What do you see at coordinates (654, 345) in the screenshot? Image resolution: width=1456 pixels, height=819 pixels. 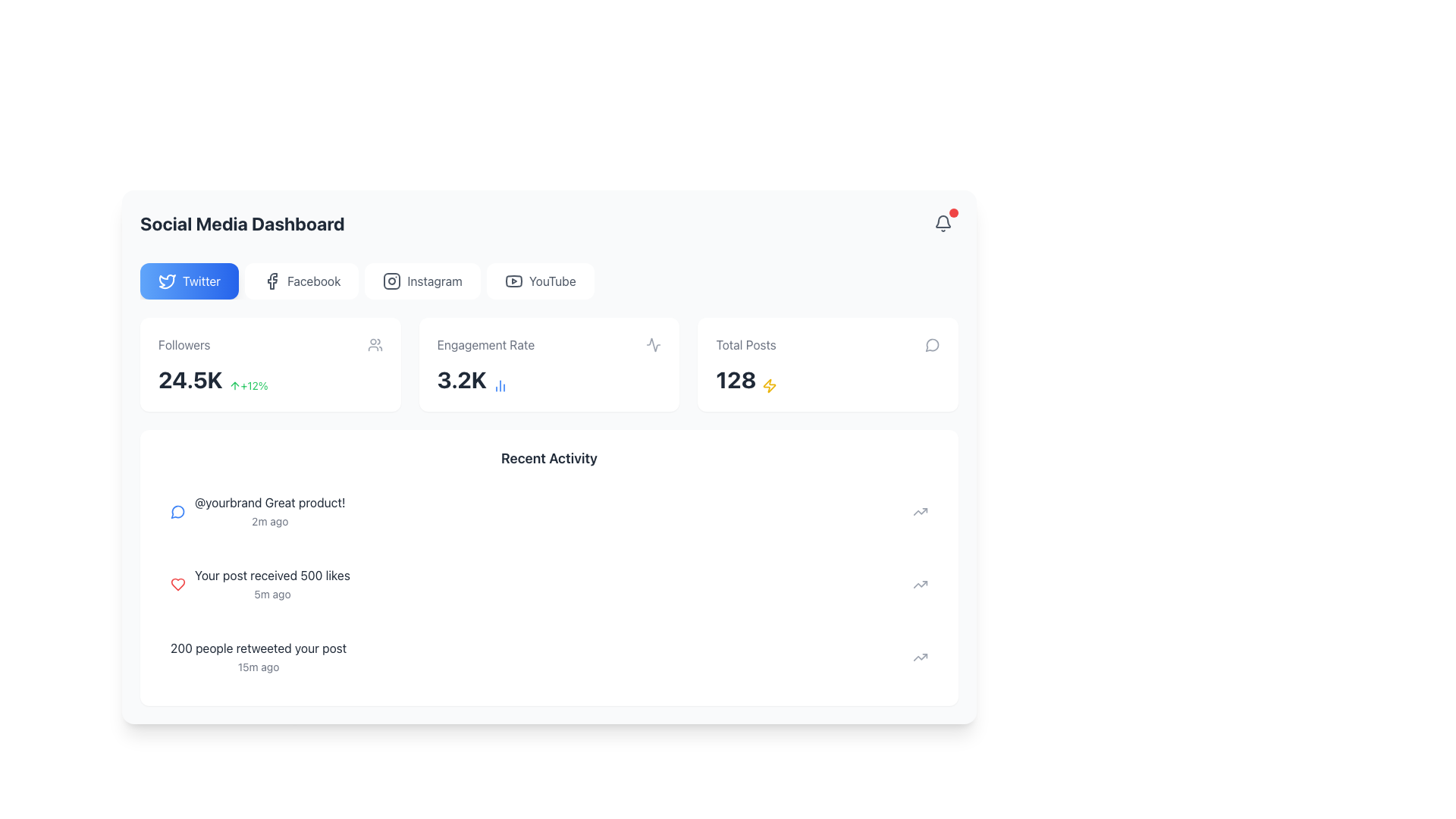 I see `the SVG icon located in the top-right corner of the dashboard, near the notification bell indicator` at bounding box center [654, 345].